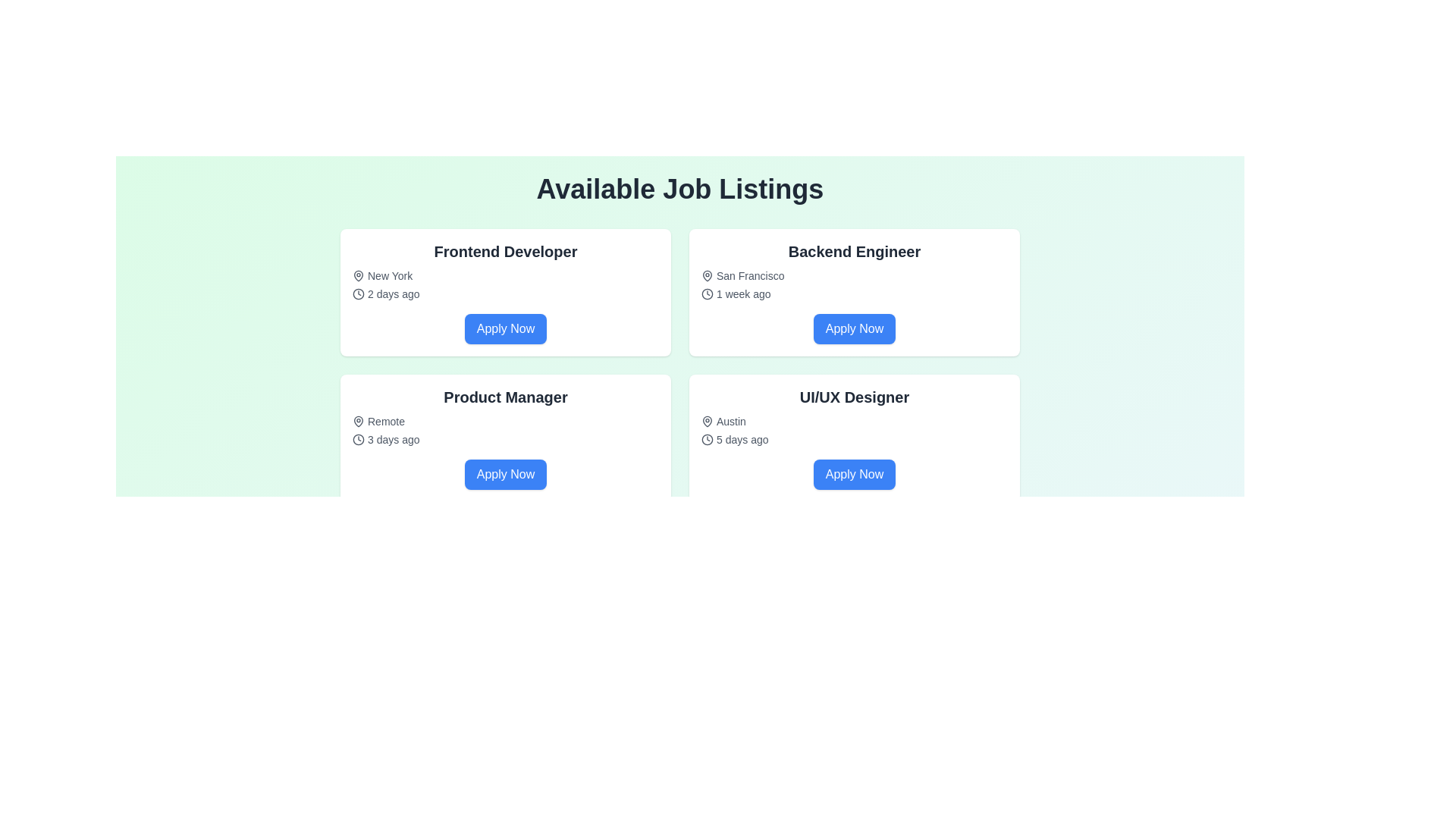 The image size is (1456, 819). What do you see at coordinates (506, 473) in the screenshot?
I see `the button to initiate the application process for the 'Product Manager' position, located at the bottom center of the job listing card` at bounding box center [506, 473].